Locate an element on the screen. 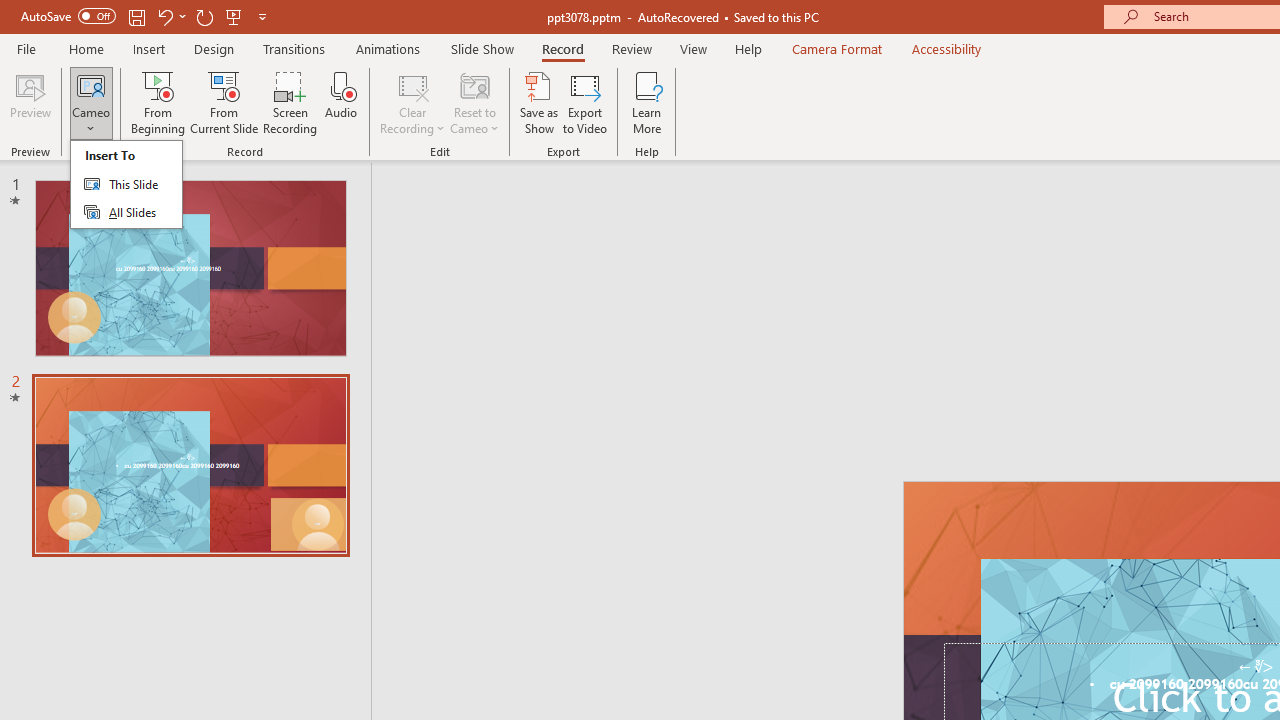  'From Beginning...' is located at coordinates (157, 103).